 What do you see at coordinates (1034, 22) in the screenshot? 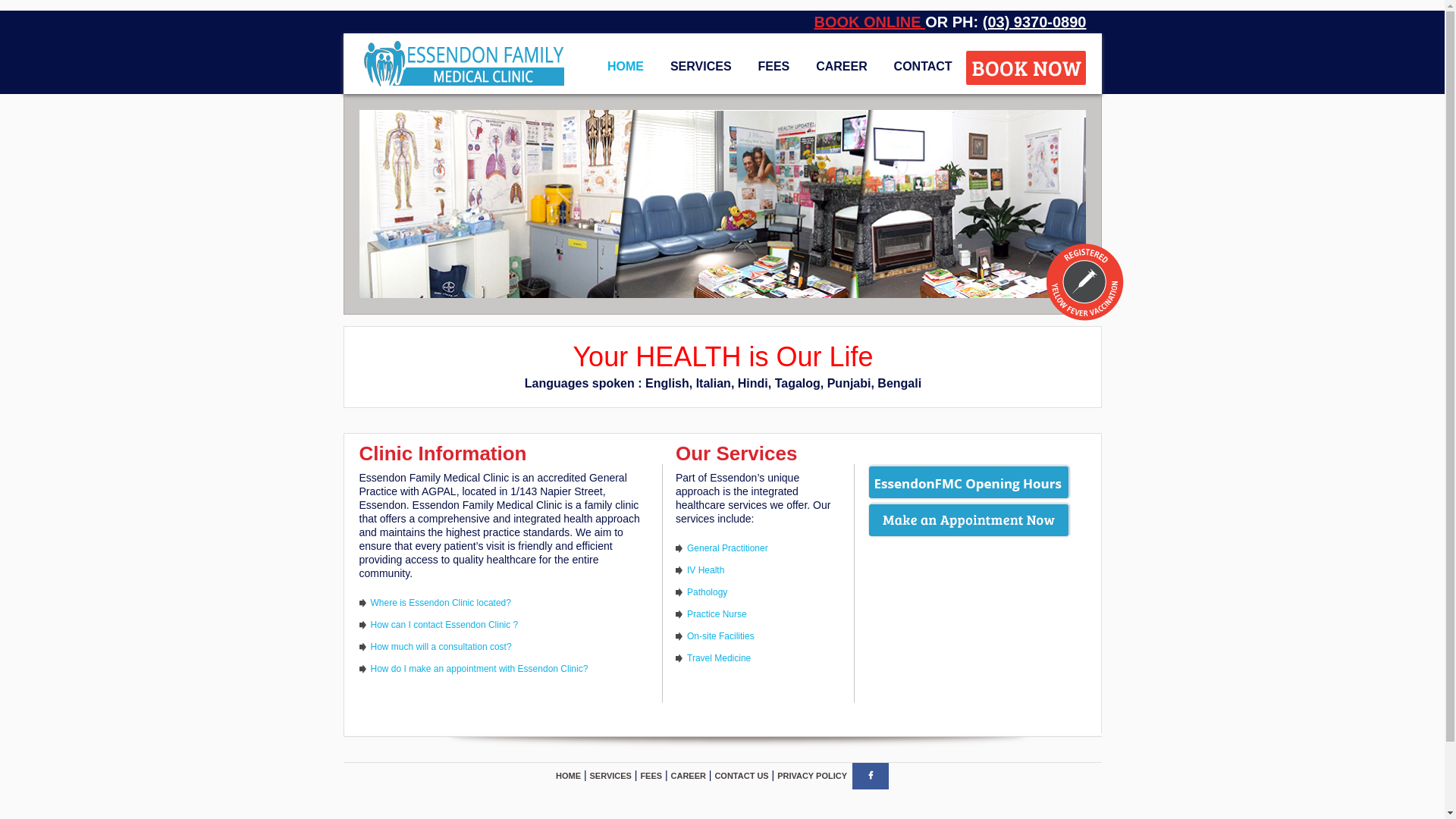
I see `'(03) 9370-0890'` at bounding box center [1034, 22].